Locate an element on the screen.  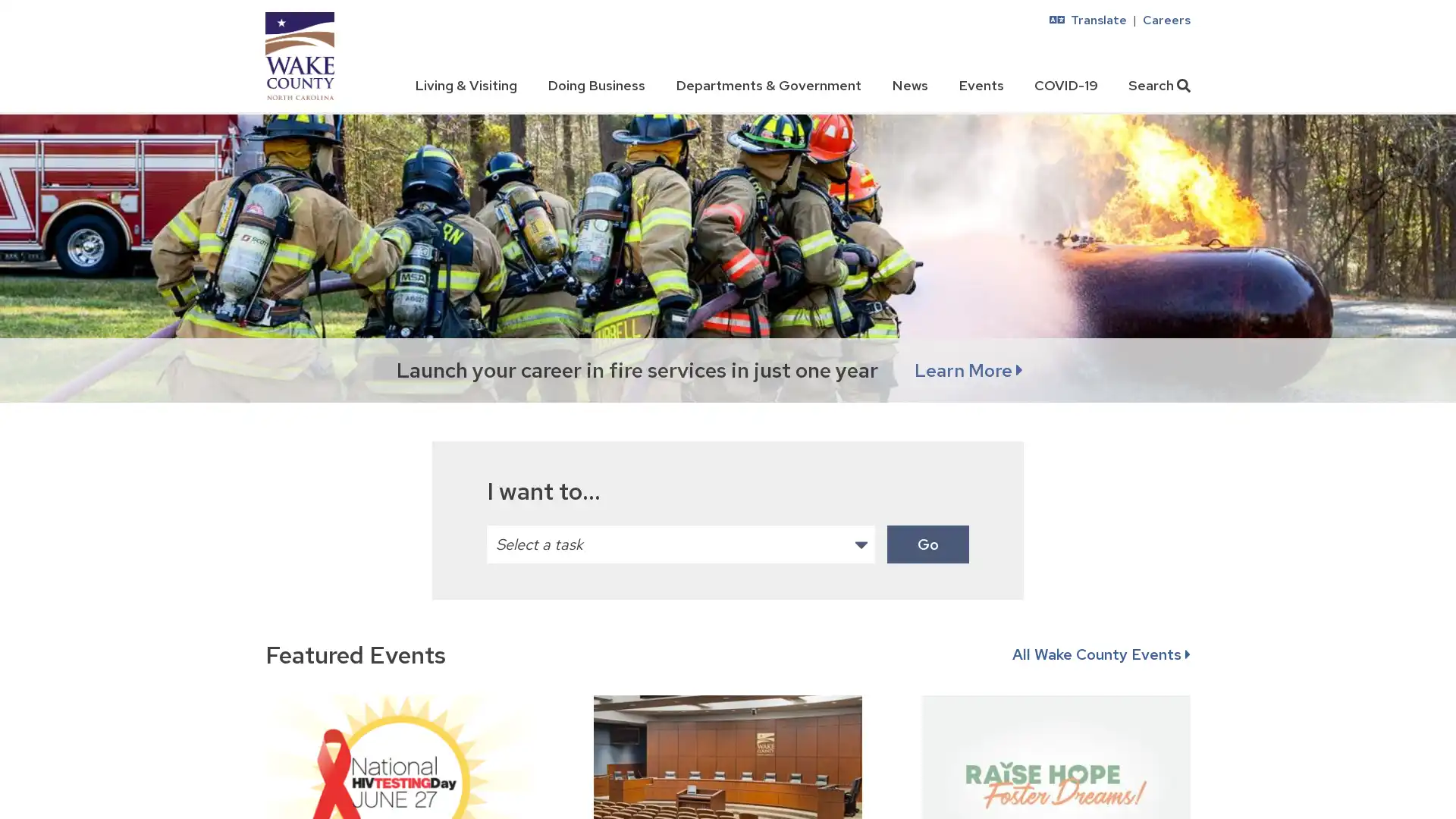
Search is located at coordinates (1159, 84).